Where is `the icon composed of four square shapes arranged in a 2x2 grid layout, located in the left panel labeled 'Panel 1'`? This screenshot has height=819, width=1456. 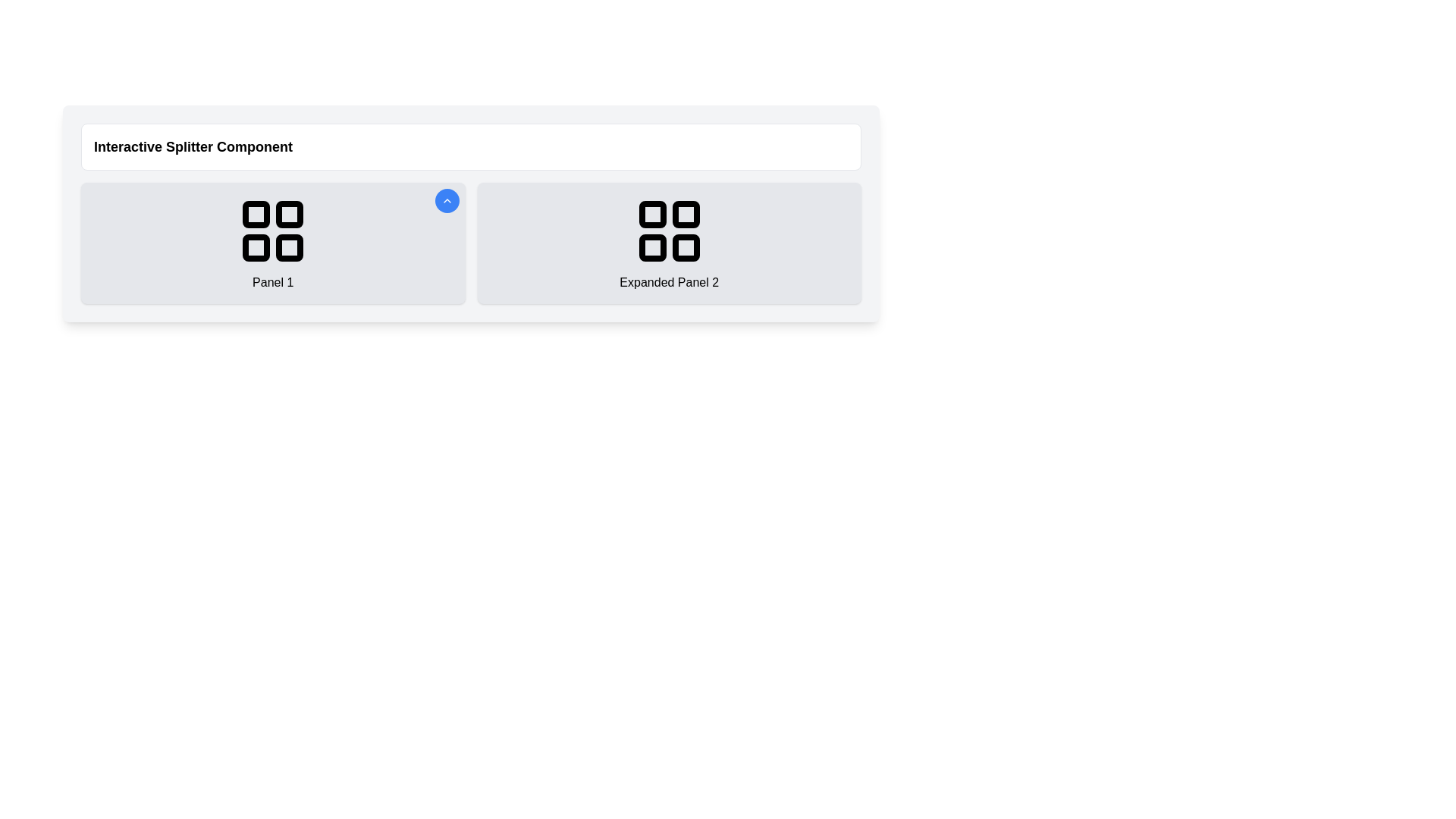
the icon composed of four square shapes arranged in a 2x2 grid layout, located in the left panel labeled 'Panel 1' is located at coordinates (273, 231).